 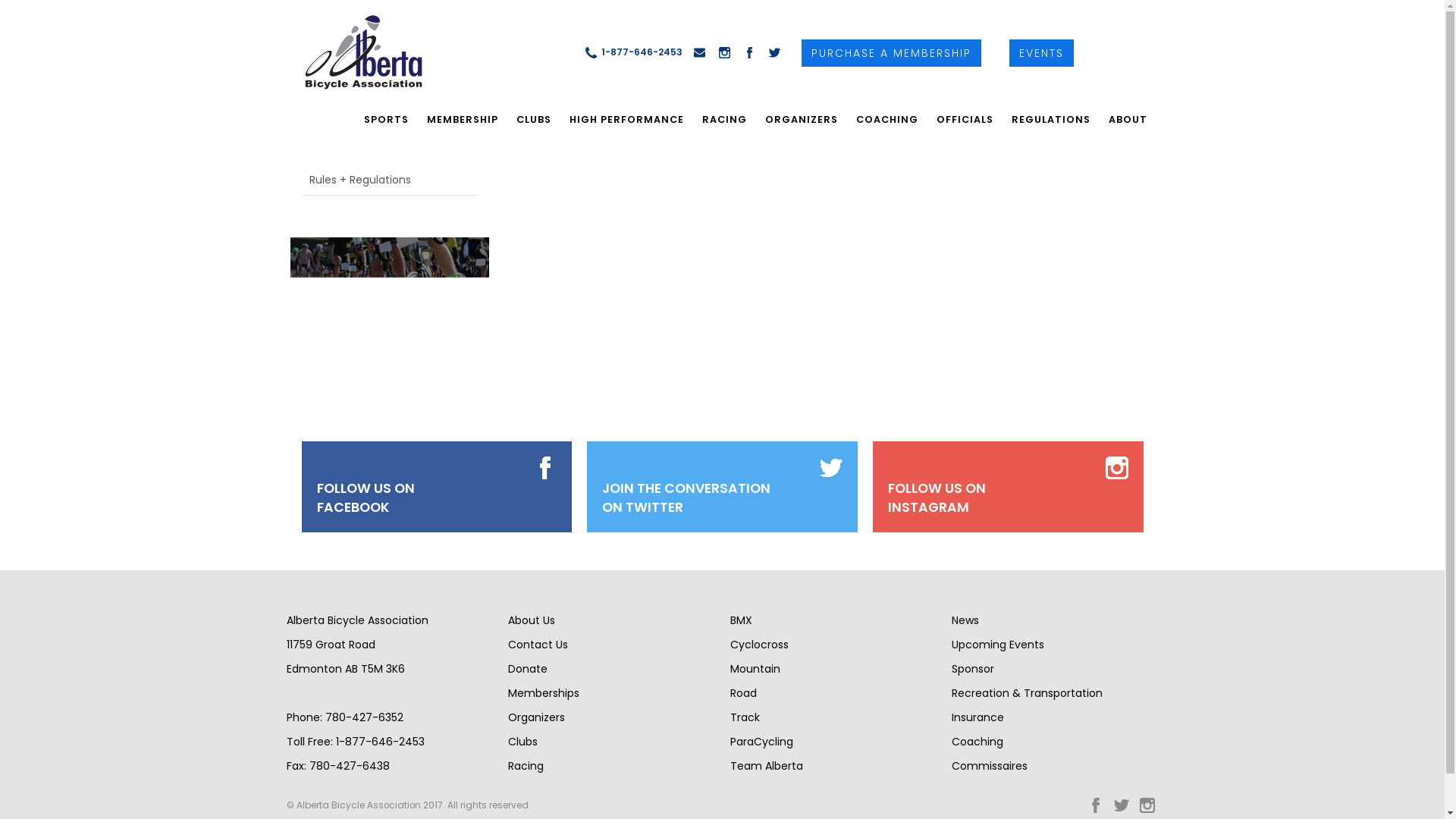 I want to click on 'PURCHASE A MEMBERSHIP', so click(x=891, y=52).